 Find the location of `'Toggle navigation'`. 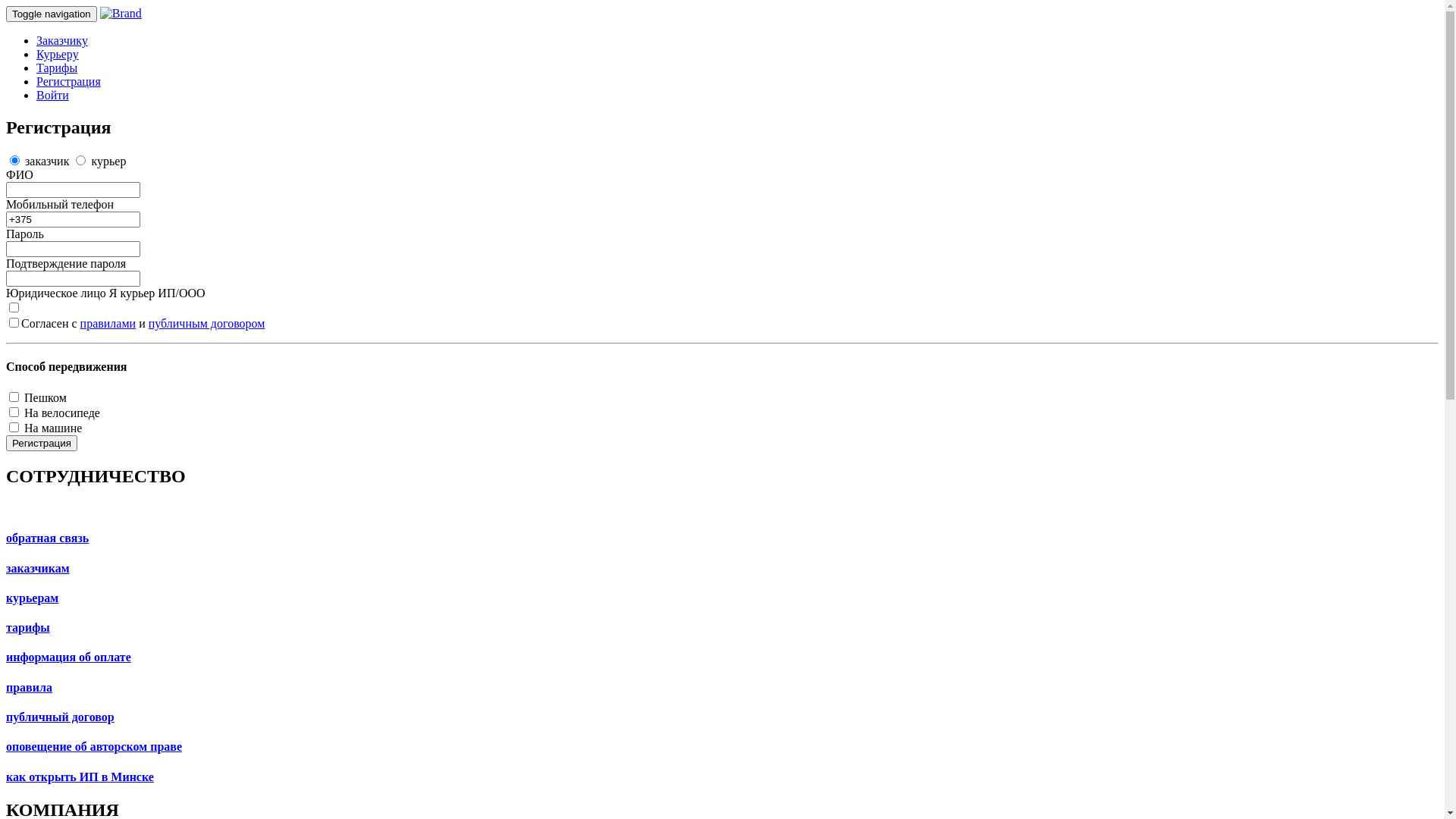

'Toggle navigation' is located at coordinates (51, 14).